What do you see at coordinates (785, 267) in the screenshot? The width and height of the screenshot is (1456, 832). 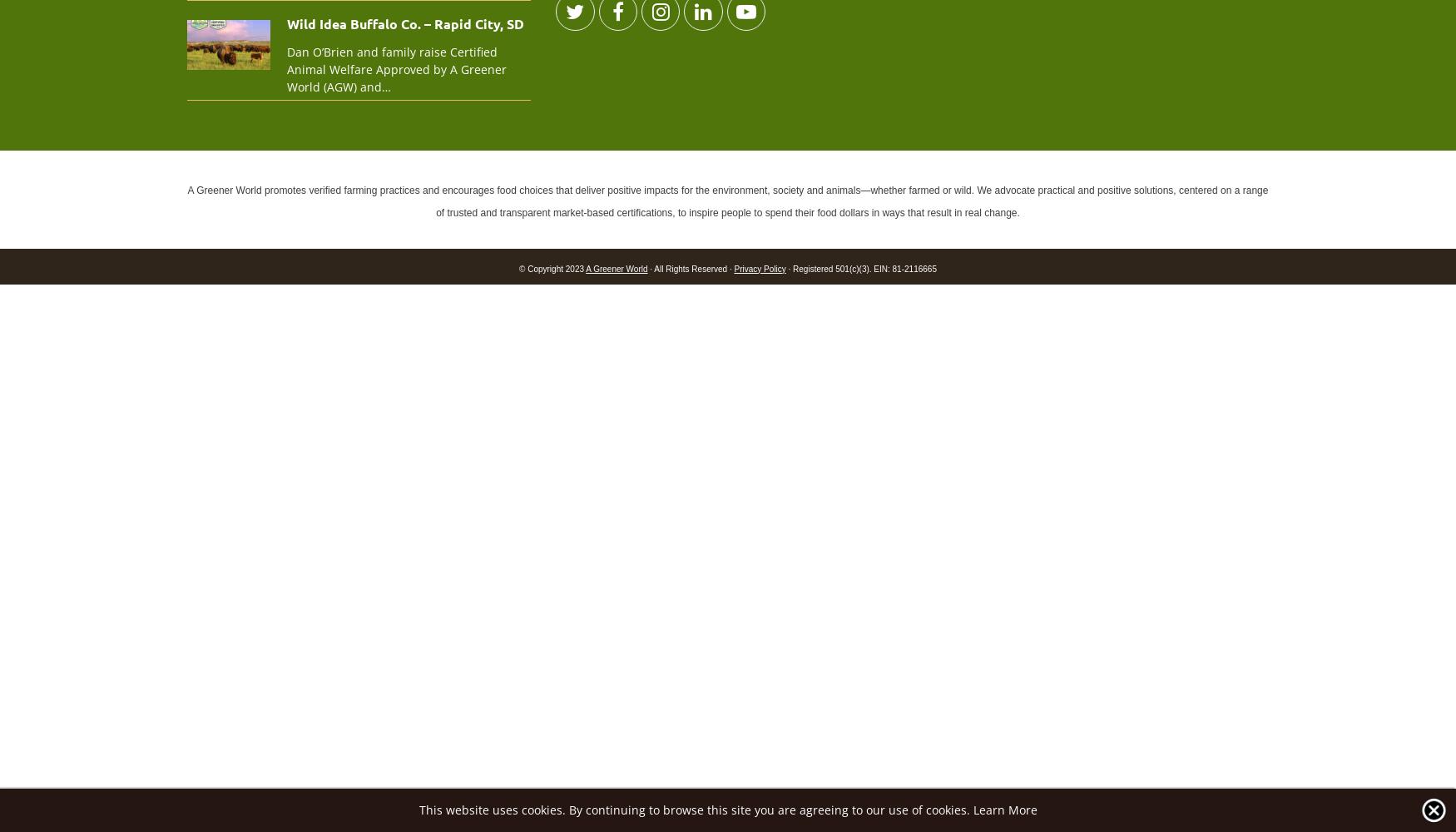 I see `'· Registered 501(c)(3). EIN: 81-2116665'` at bounding box center [785, 267].